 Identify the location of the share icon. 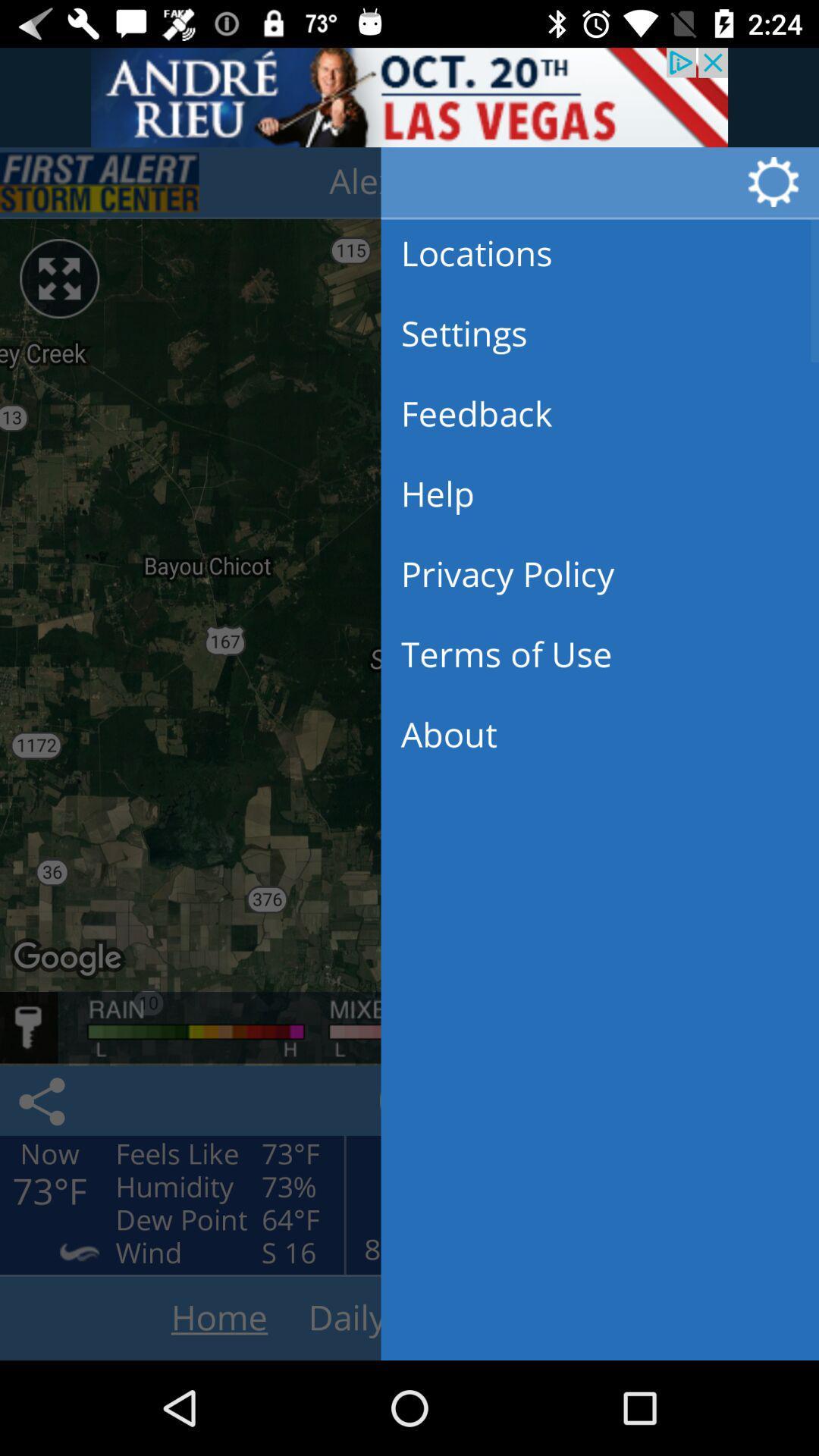
(44, 1100).